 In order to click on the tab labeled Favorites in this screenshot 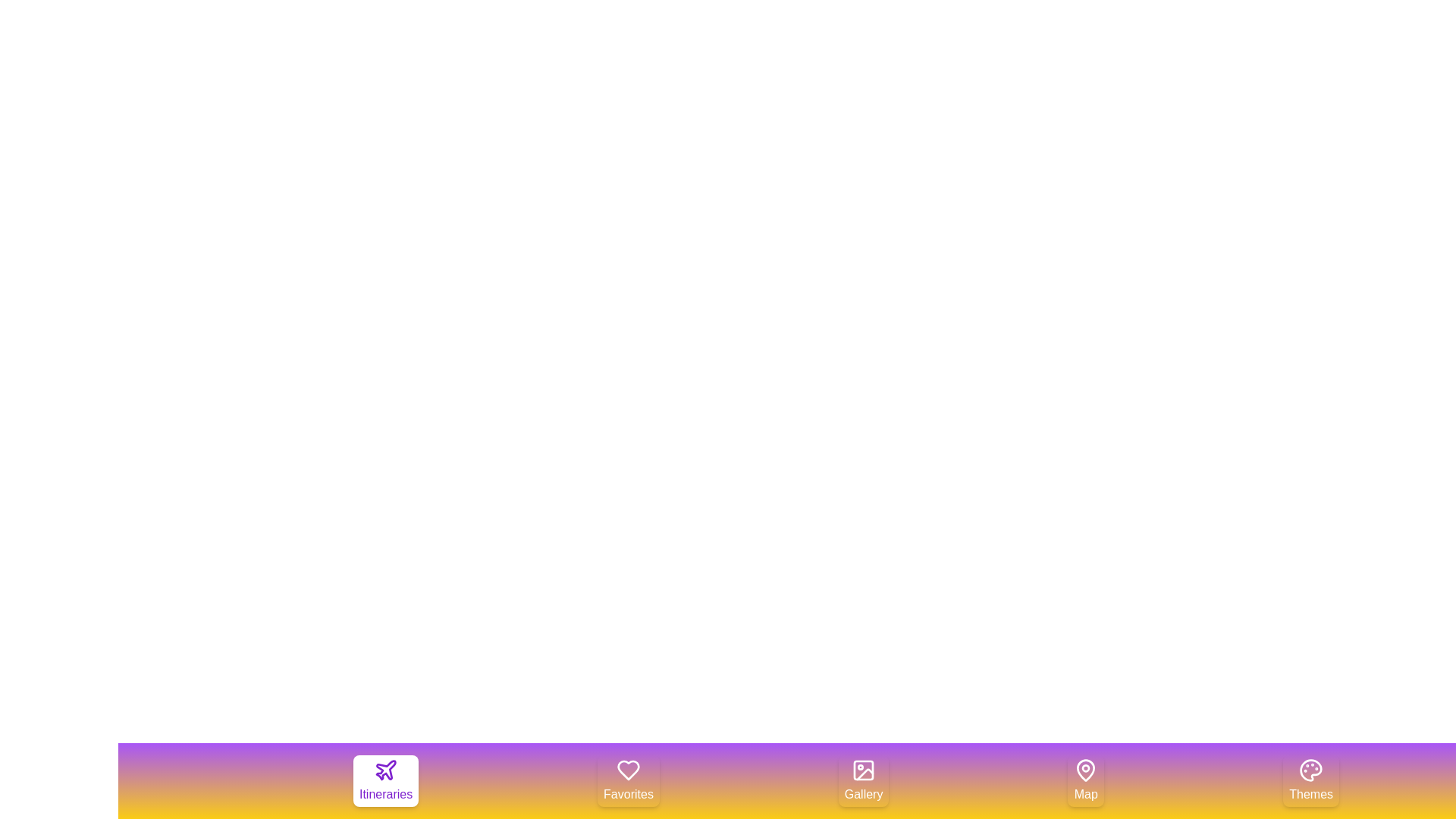, I will do `click(629, 780)`.